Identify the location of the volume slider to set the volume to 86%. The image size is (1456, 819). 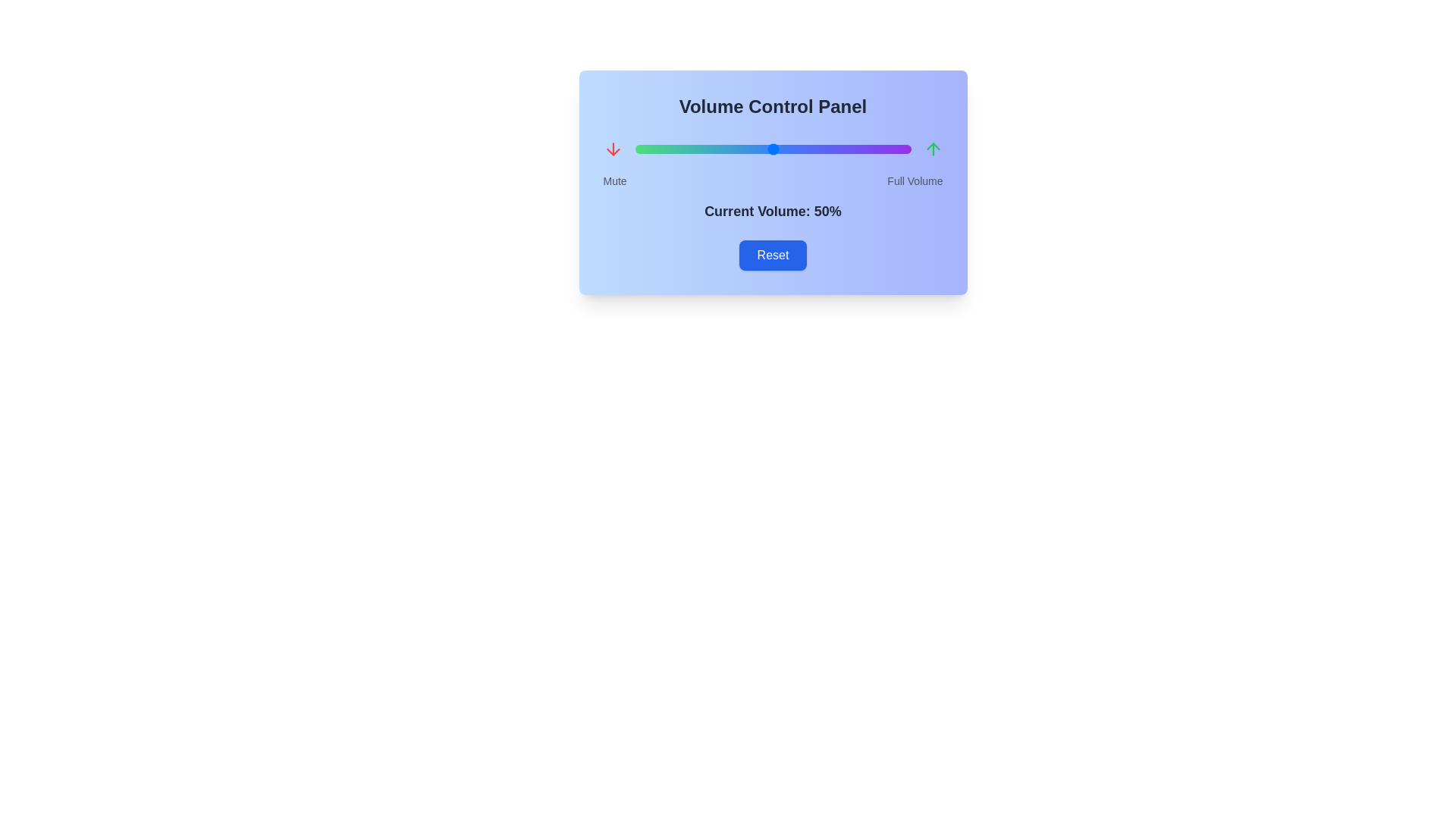
(872, 149).